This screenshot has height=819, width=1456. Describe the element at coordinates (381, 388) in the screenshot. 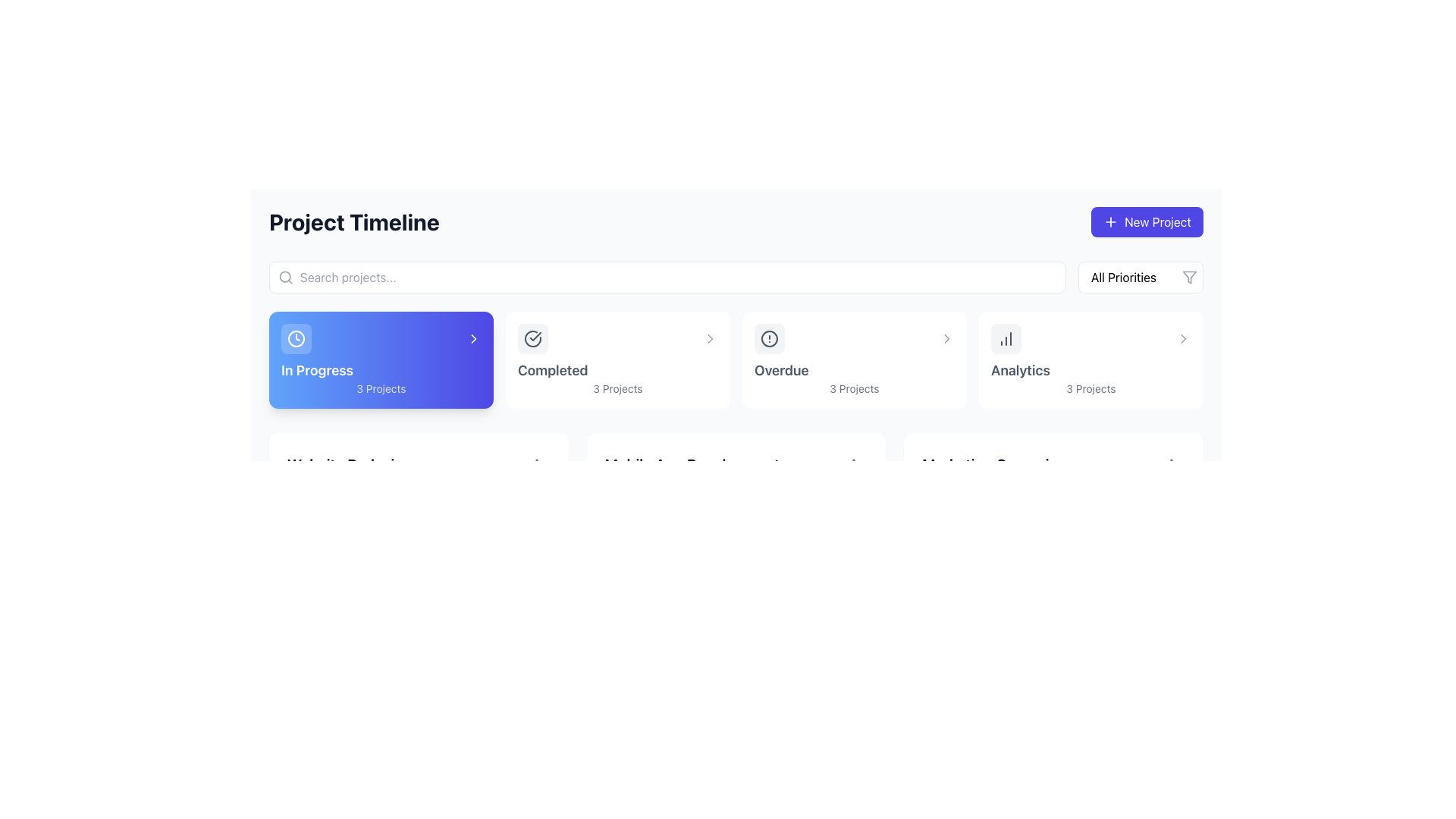

I see `the text element displaying '3 Projects' located at the bottom of the 'In Progress' card, which is centrally aligned and has a white color with 80% opacity` at that location.